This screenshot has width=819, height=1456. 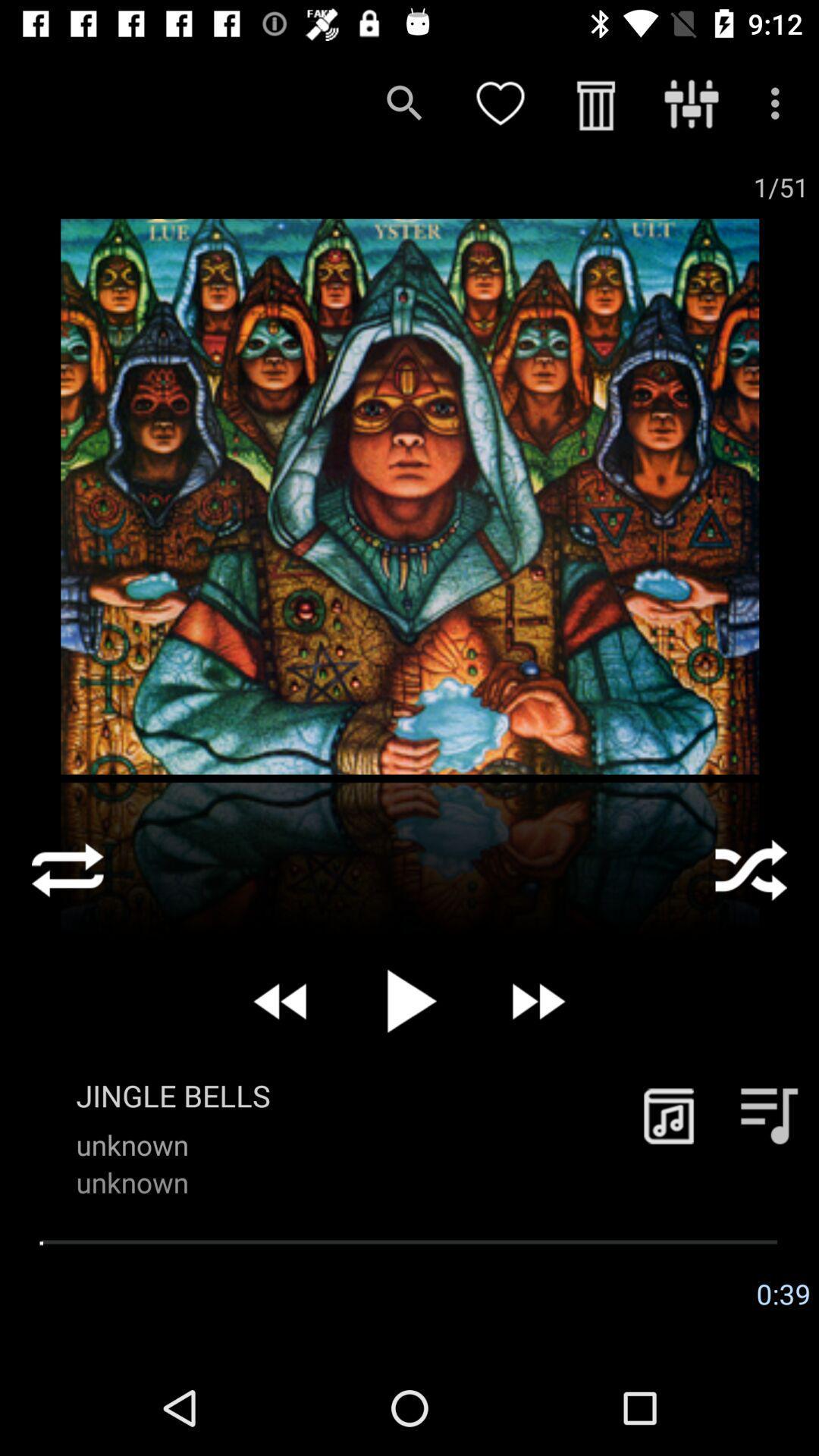 I want to click on the av_forward icon, so click(x=536, y=1001).